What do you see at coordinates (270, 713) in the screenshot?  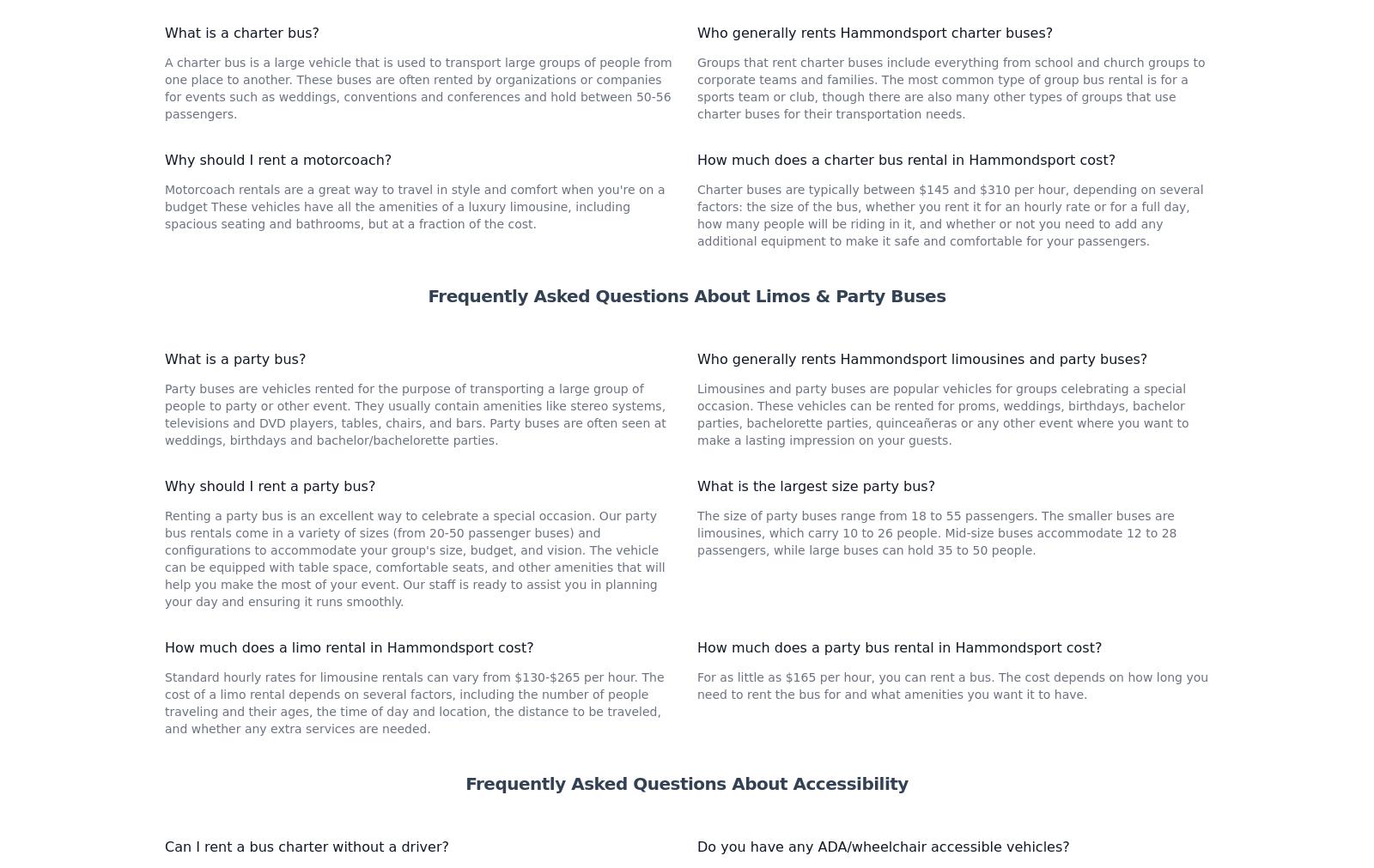 I see `'Why should I rent a party bus?'` at bounding box center [270, 713].